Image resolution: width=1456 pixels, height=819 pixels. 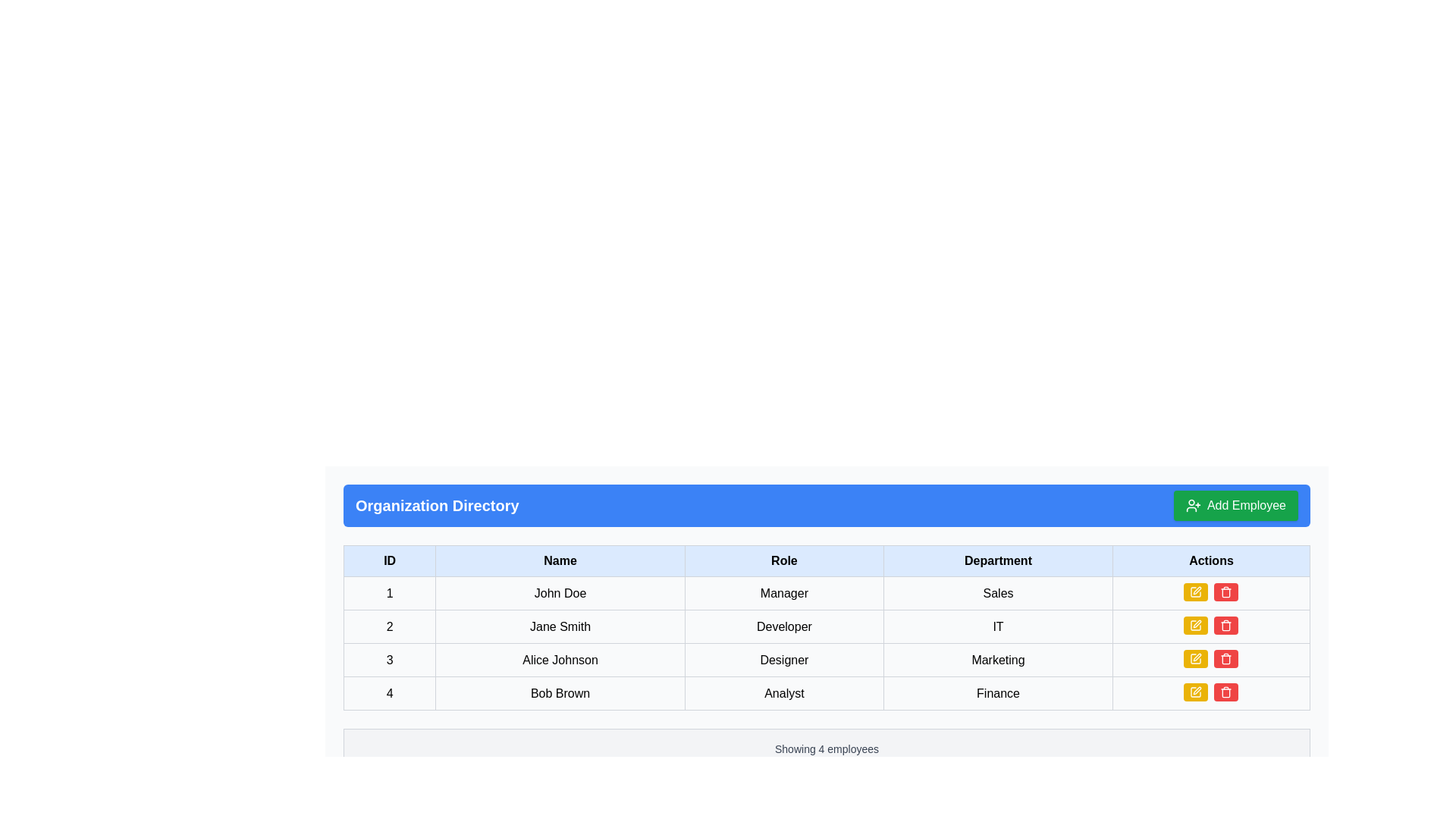 What do you see at coordinates (998, 626) in the screenshot?
I see `the table cell in the fourth column of the second row that denotes 'IT' as the department for 'Jane Smith'` at bounding box center [998, 626].